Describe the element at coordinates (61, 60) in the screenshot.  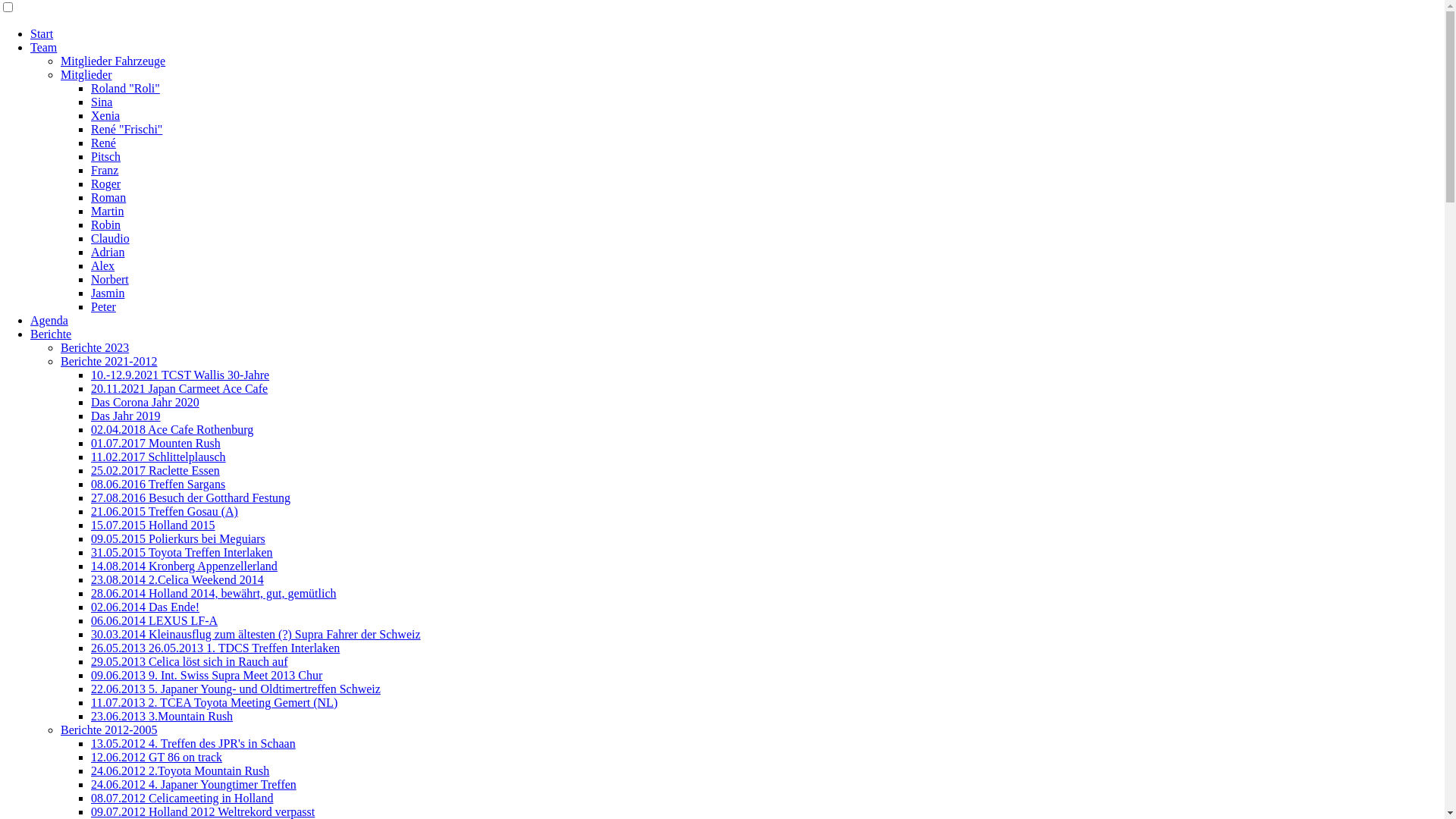
I see `'Mitglieder Fahrzeuge'` at that location.